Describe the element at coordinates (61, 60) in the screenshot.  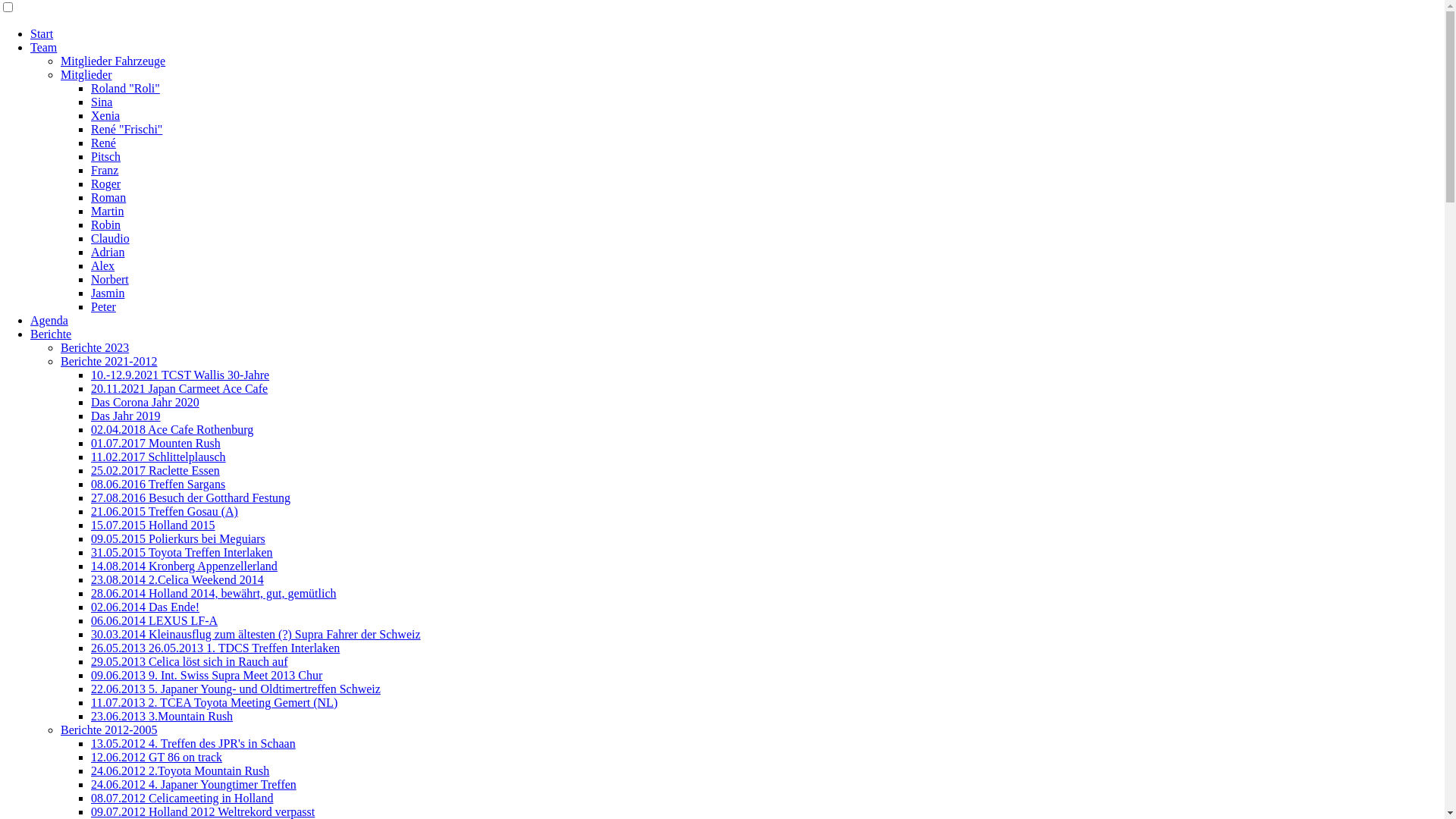
I see `'Mitglieder Fahrzeuge'` at that location.